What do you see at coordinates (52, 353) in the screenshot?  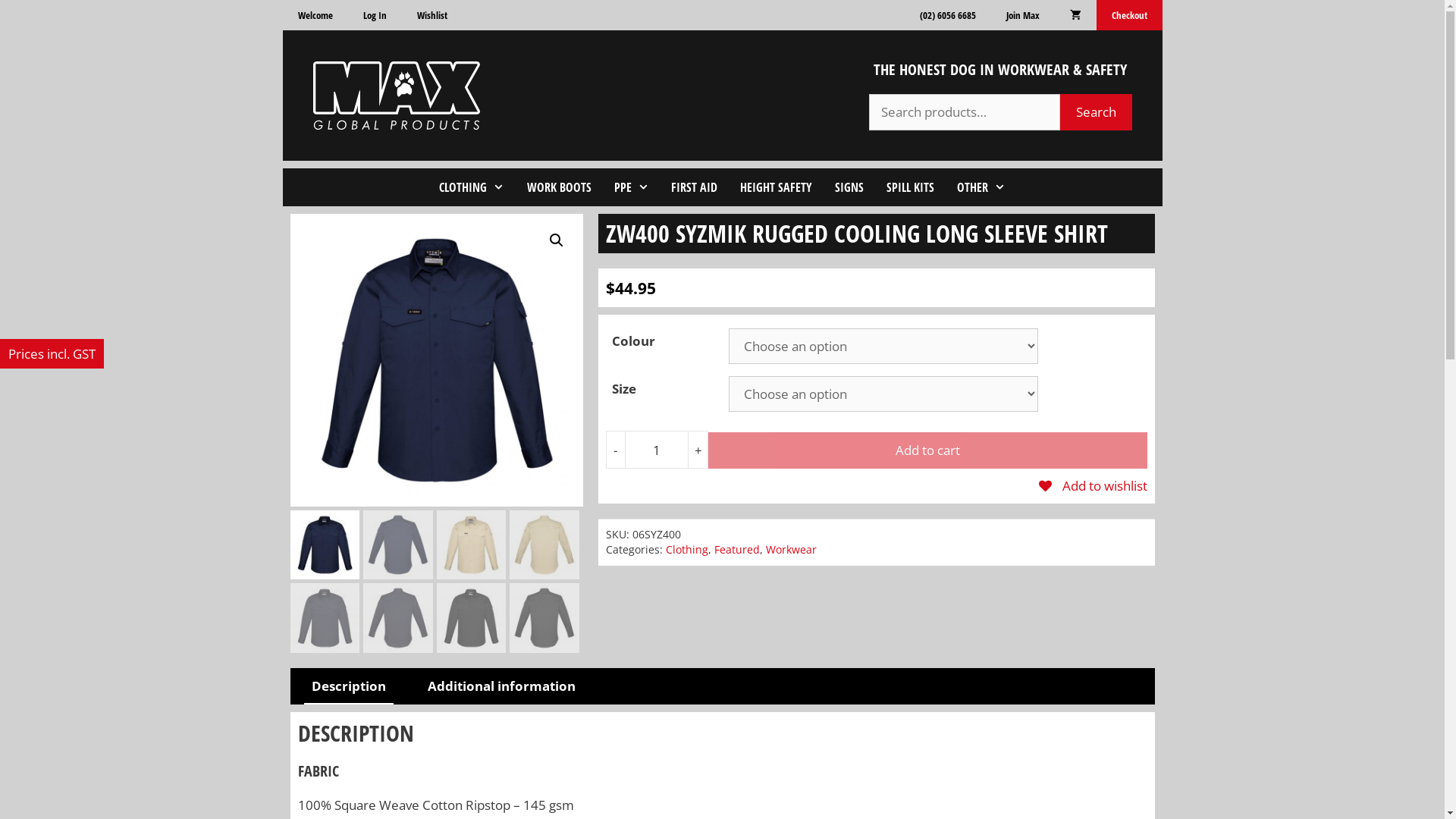 I see `'Prices incl. GST'` at bounding box center [52, 353].